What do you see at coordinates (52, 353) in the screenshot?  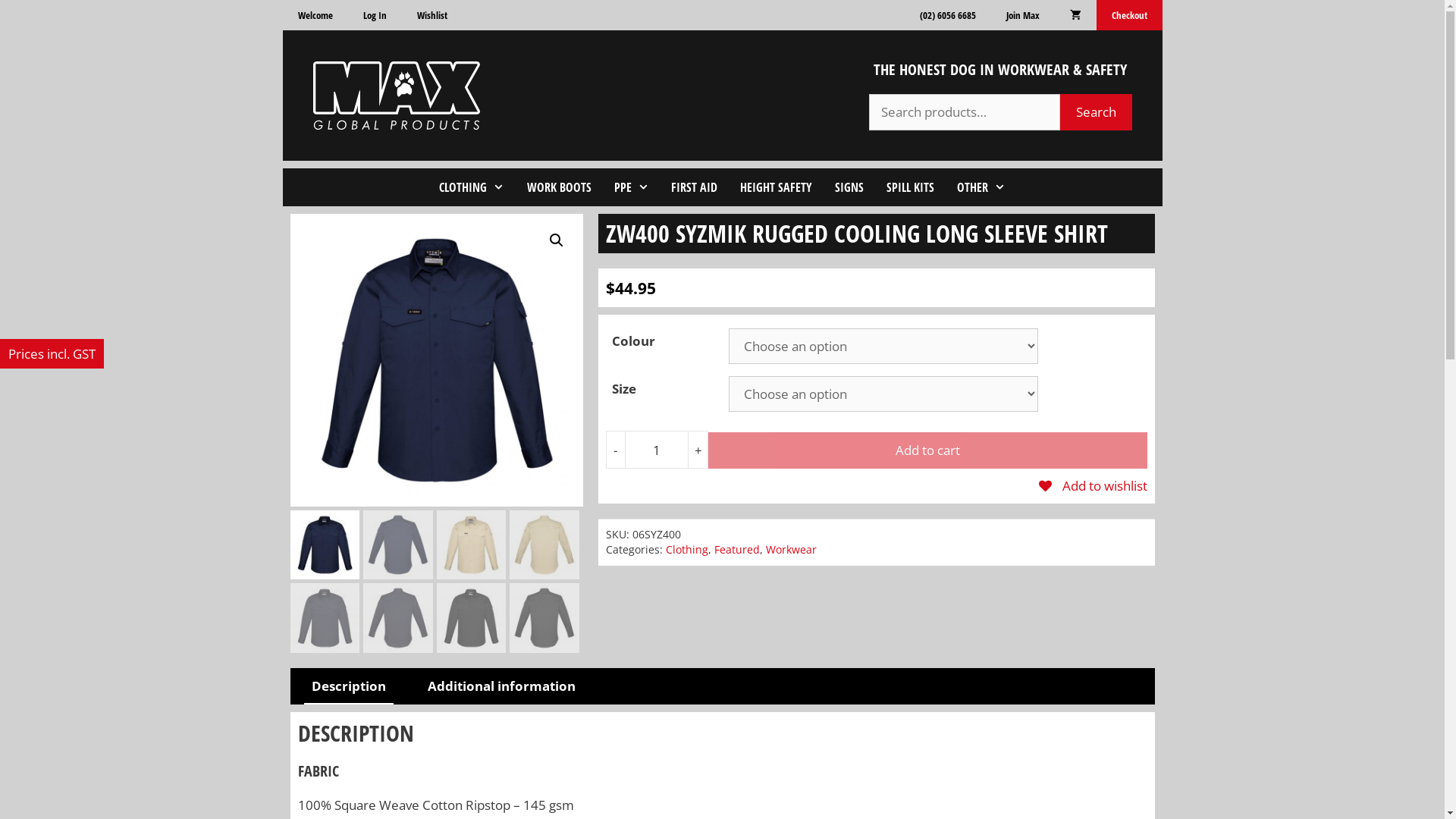 I see `'Prices incl. GST'` at bounding box center [52, 353].